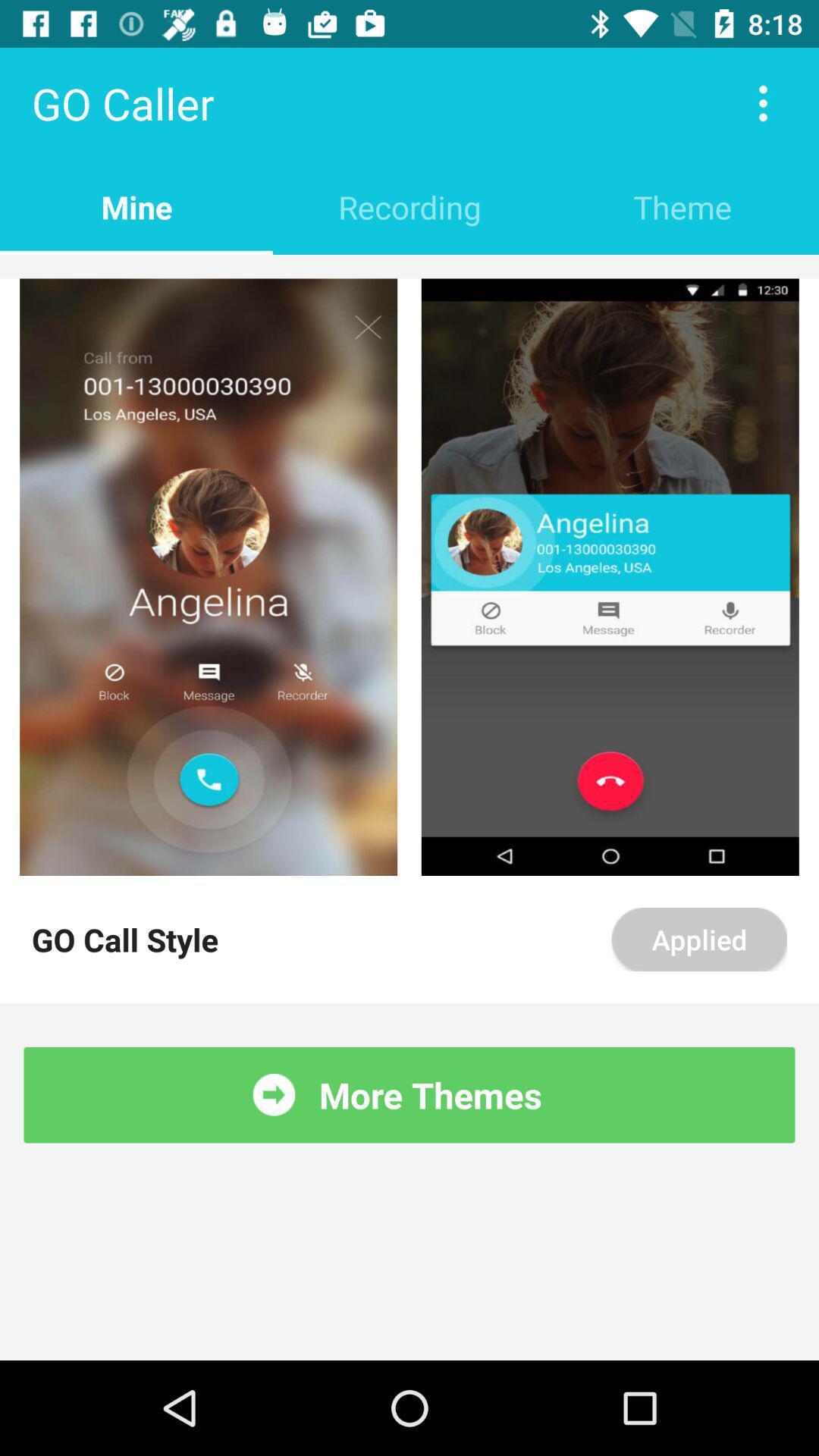 Image resolution: width=819 pixels, height=1456 pixels. What do you see at coordinates (274, 1094) in the screenshot?
I see `the item to the left of the more themes` at bounding box center [274, 1094].